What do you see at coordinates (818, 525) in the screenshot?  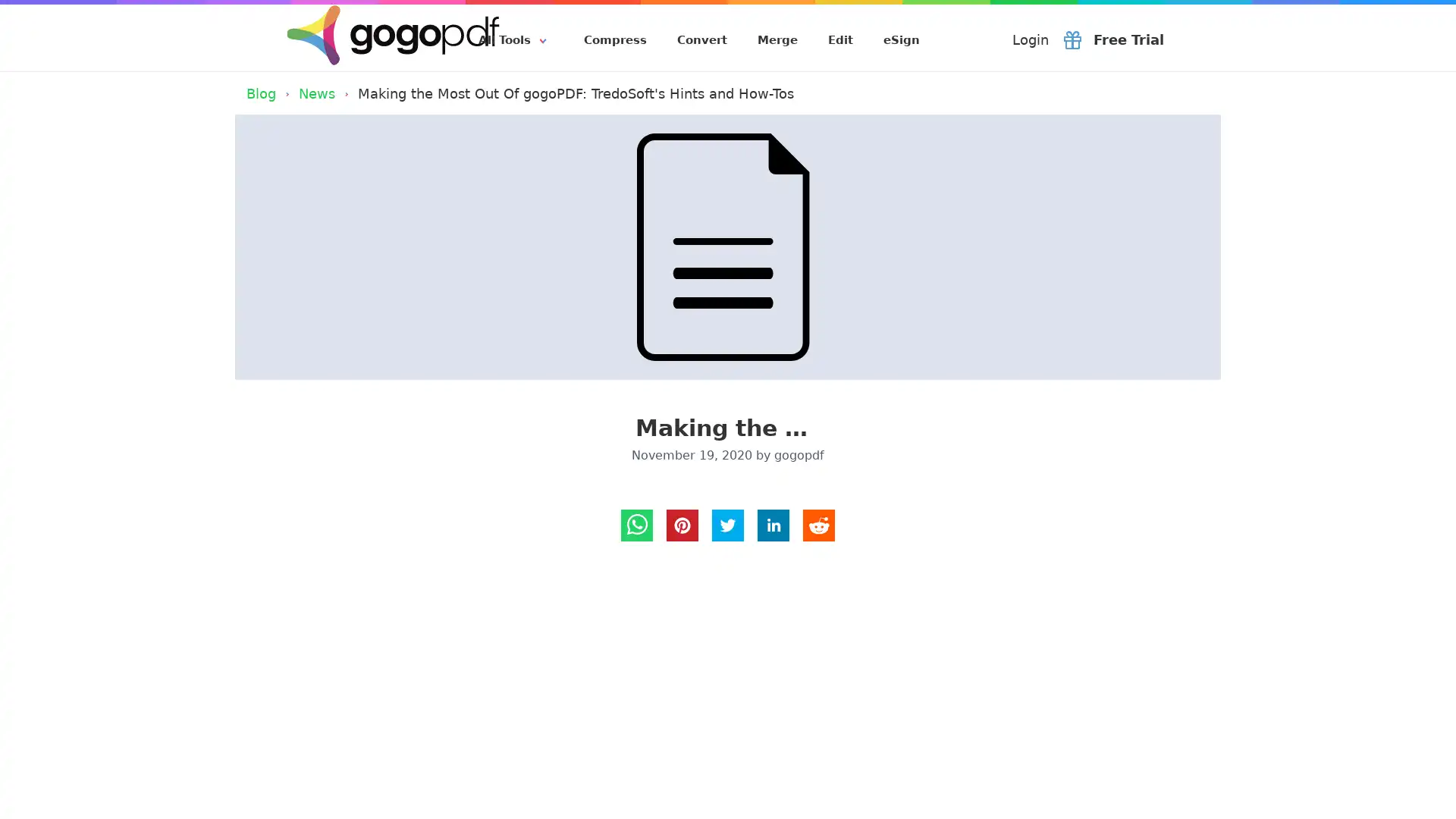 I see `reddit` at bounding box center [818, 525].